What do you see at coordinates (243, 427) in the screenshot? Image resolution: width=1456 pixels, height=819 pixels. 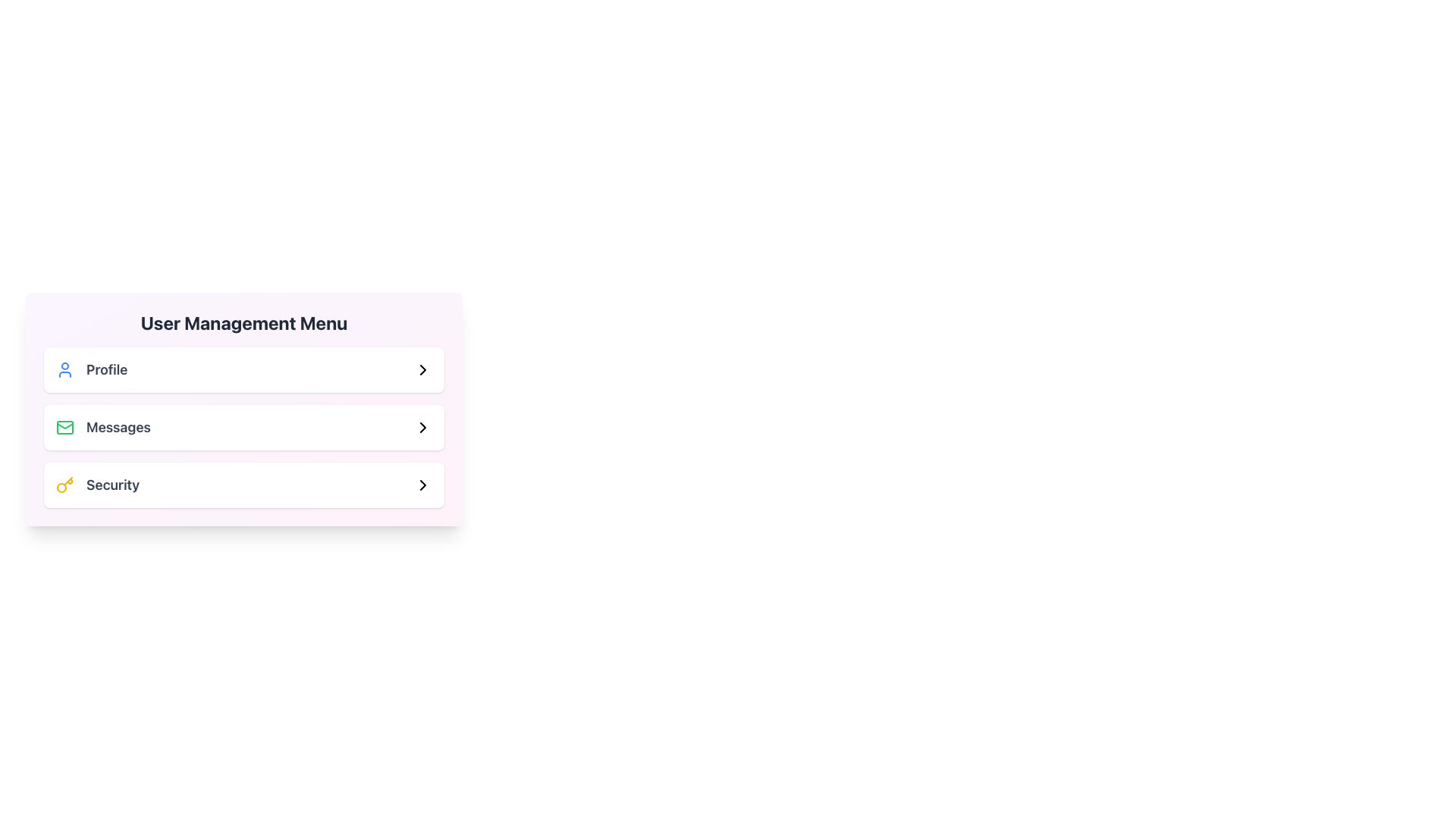 I see `the second menu item in the 'User Management Menu'` at bounding box center [243, 427].